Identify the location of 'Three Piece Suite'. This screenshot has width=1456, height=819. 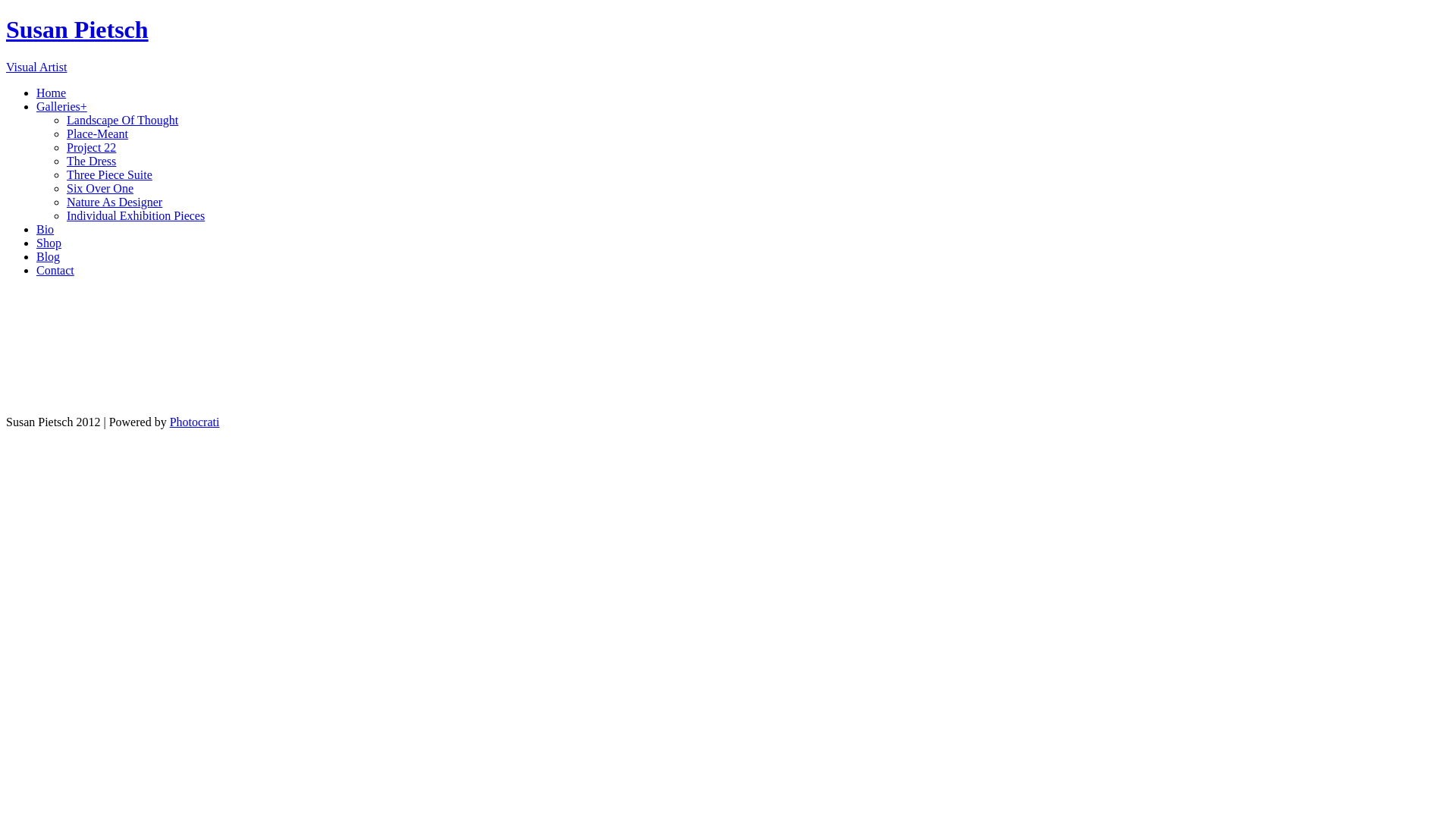
(65, 174).